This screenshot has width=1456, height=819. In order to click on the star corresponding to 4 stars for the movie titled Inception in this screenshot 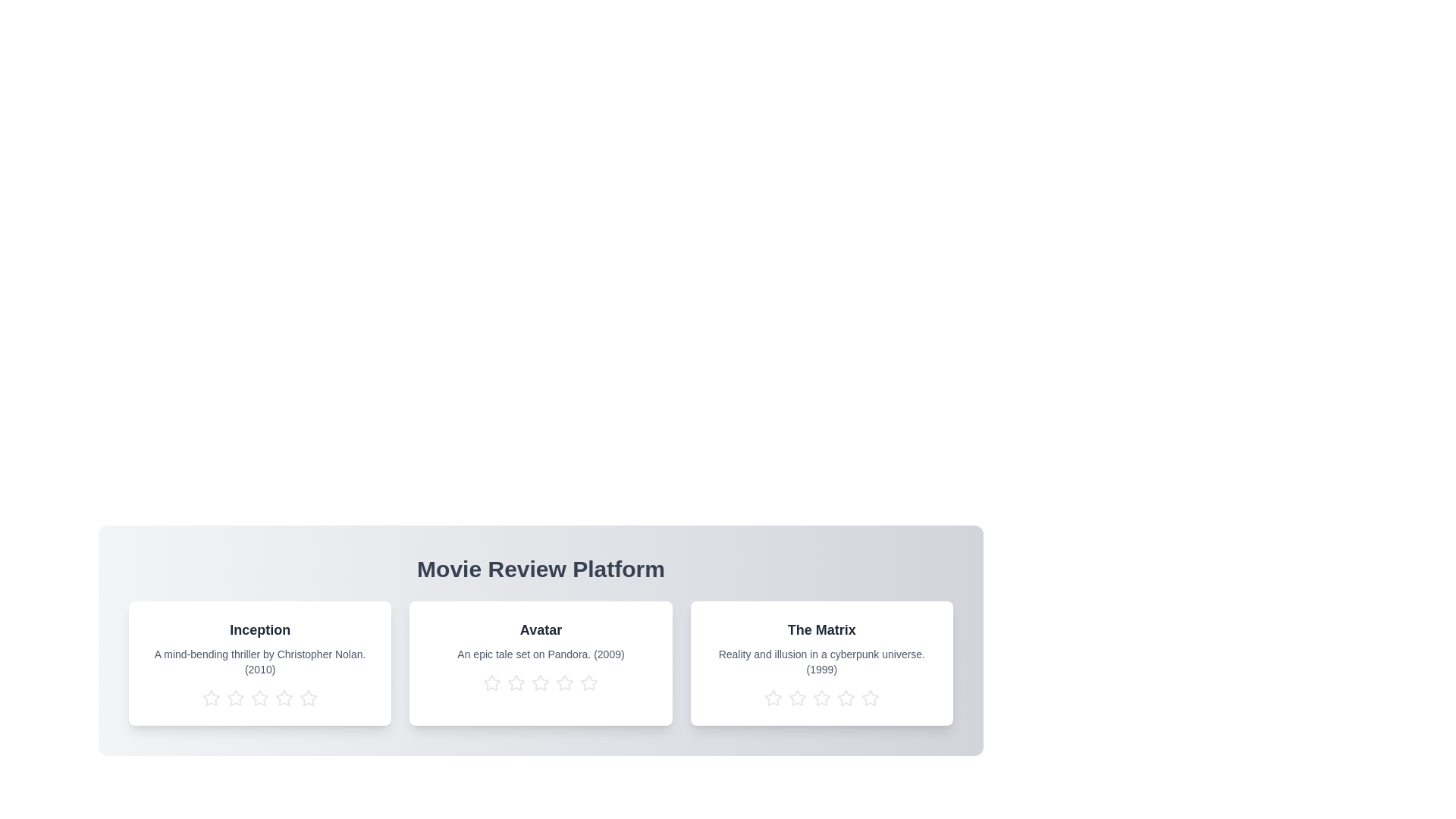, I will do `click(284, 698)`.